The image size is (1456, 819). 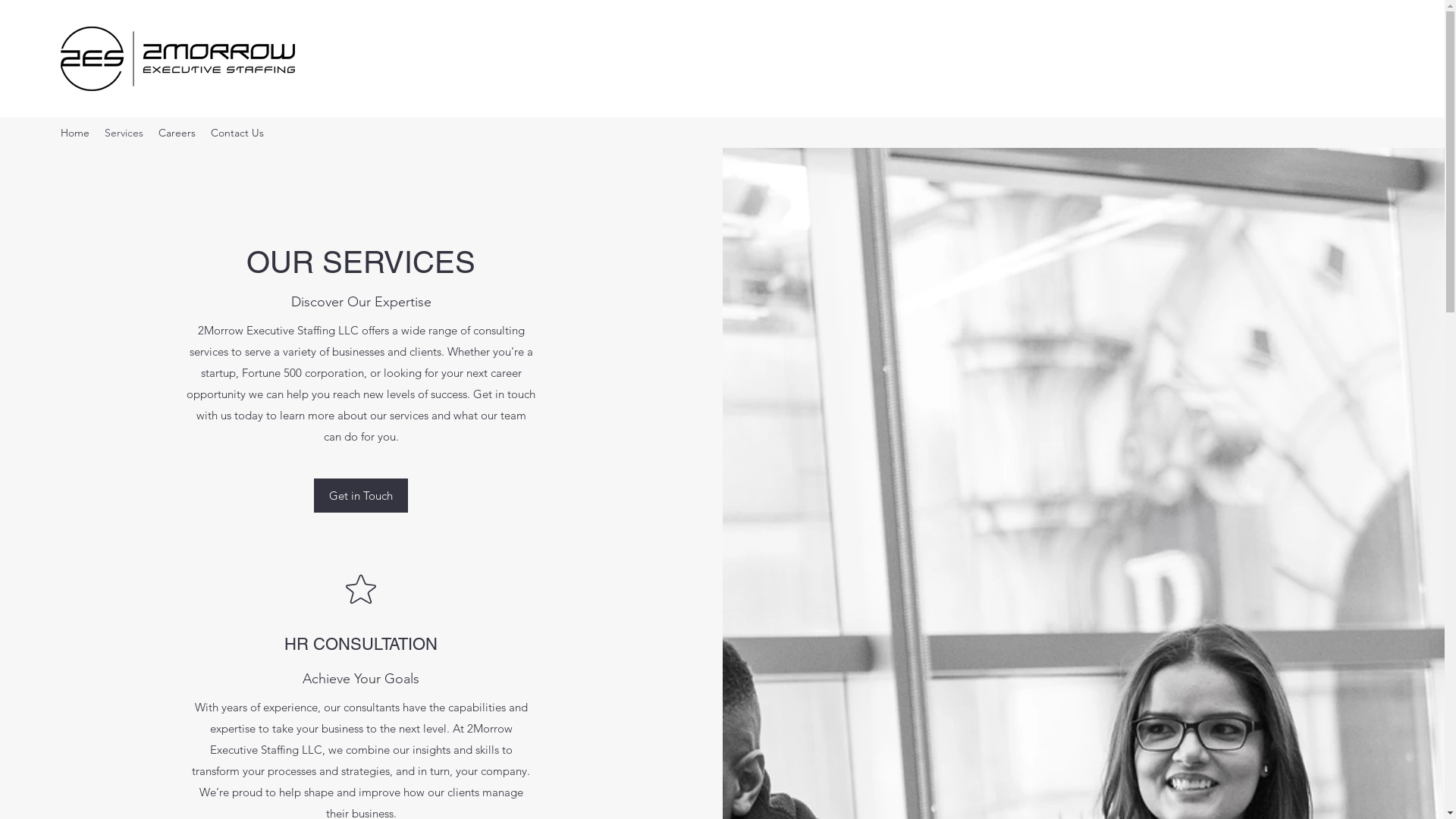 I want to click on 'Get in Touch', so click(x=359, y=495).